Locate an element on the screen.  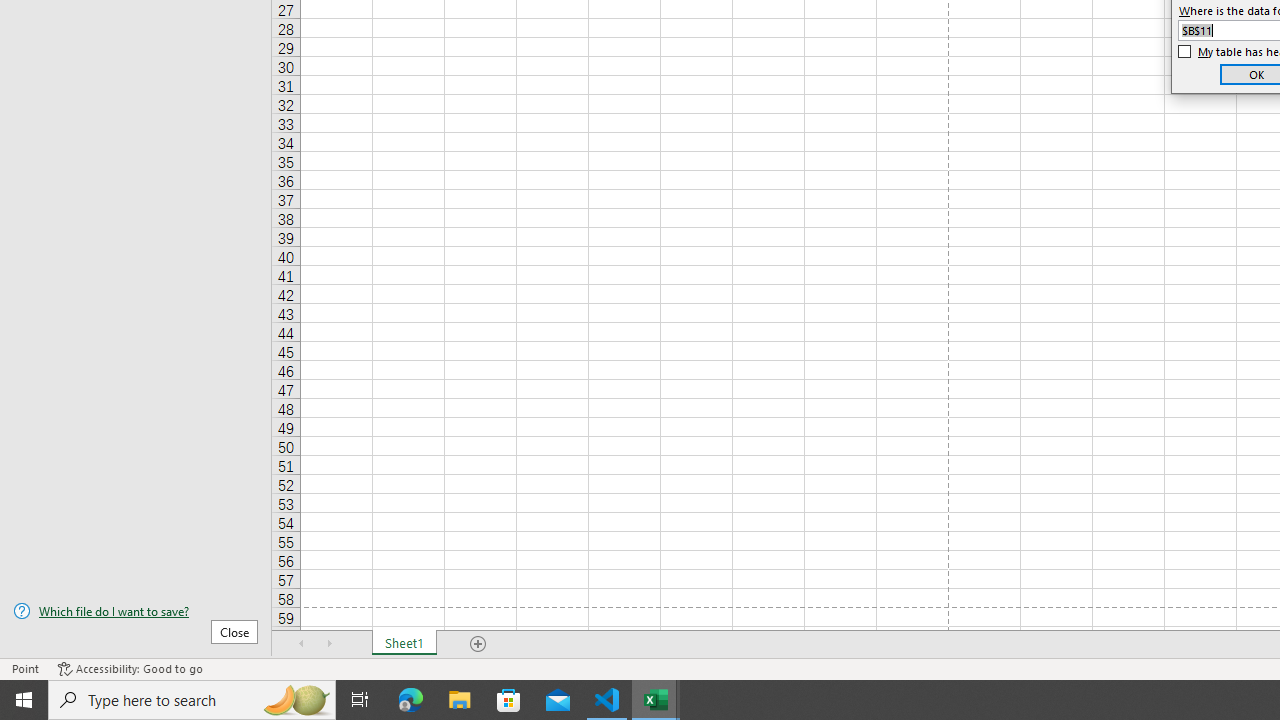
'Microsoft Edge' is located at coordinates (410, 698).